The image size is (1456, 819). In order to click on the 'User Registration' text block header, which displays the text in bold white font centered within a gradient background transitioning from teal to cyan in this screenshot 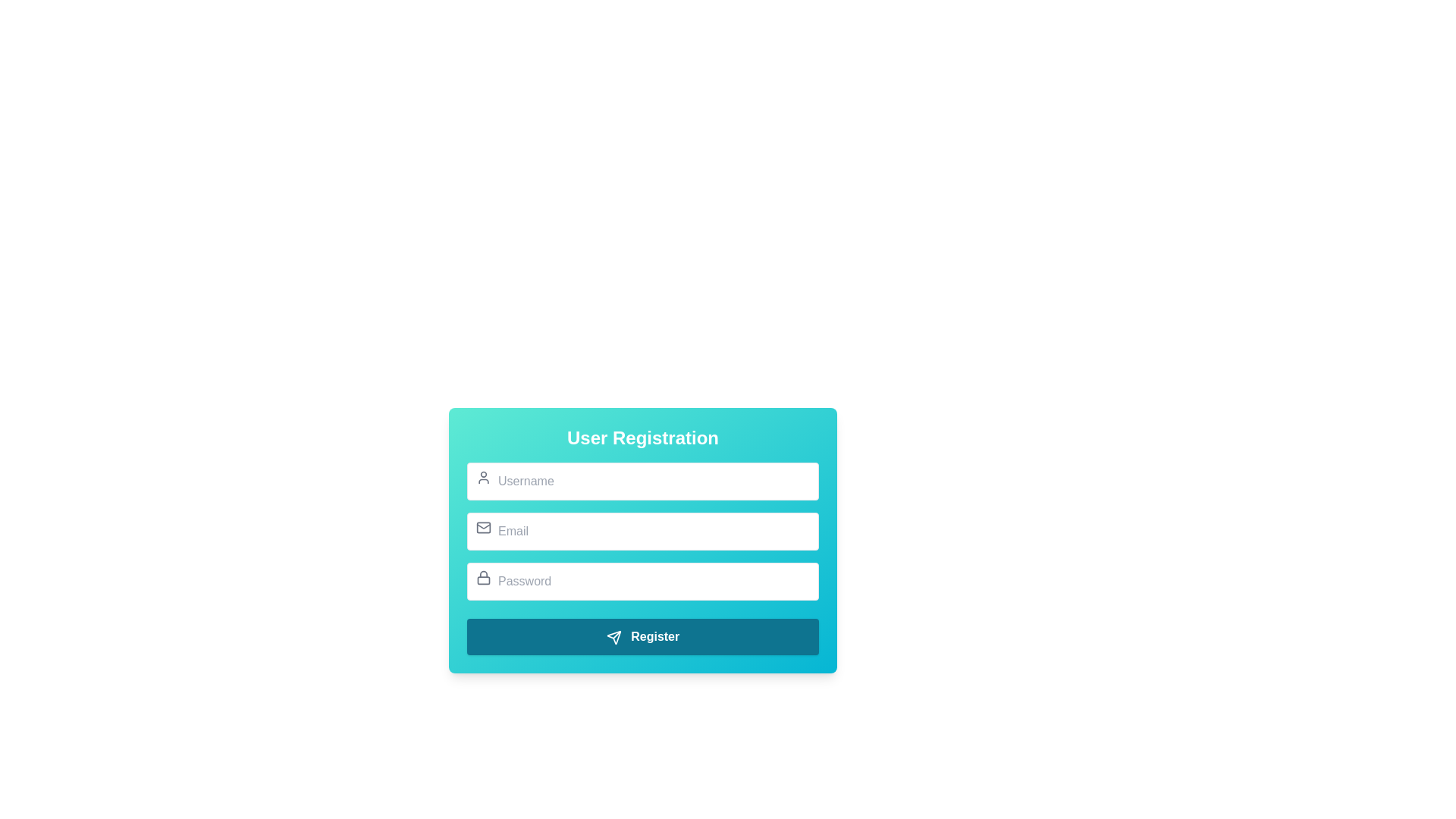, I will do `click(643, 438)`.